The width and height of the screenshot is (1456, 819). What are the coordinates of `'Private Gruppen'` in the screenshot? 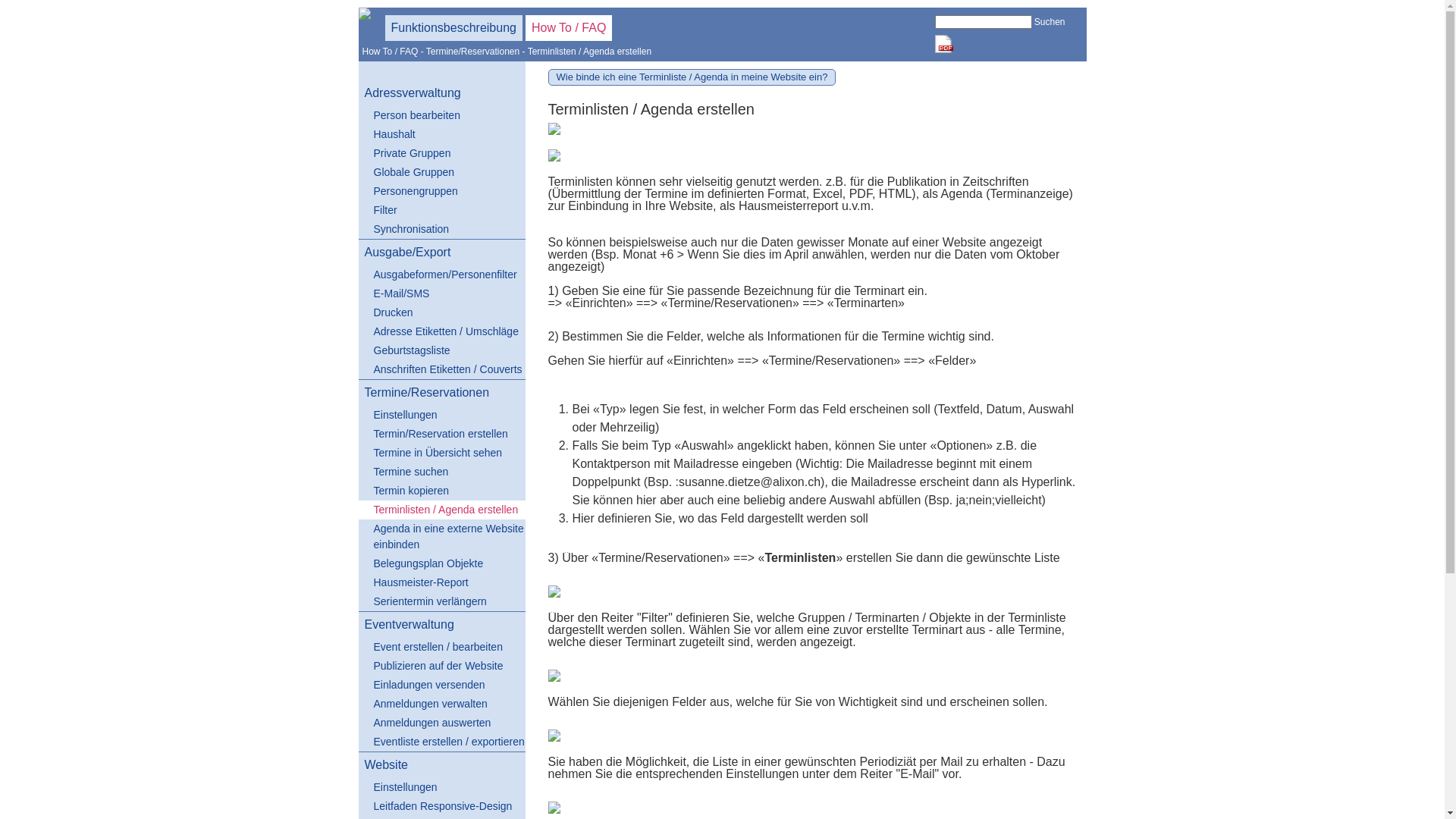 It's located at (440, 153).